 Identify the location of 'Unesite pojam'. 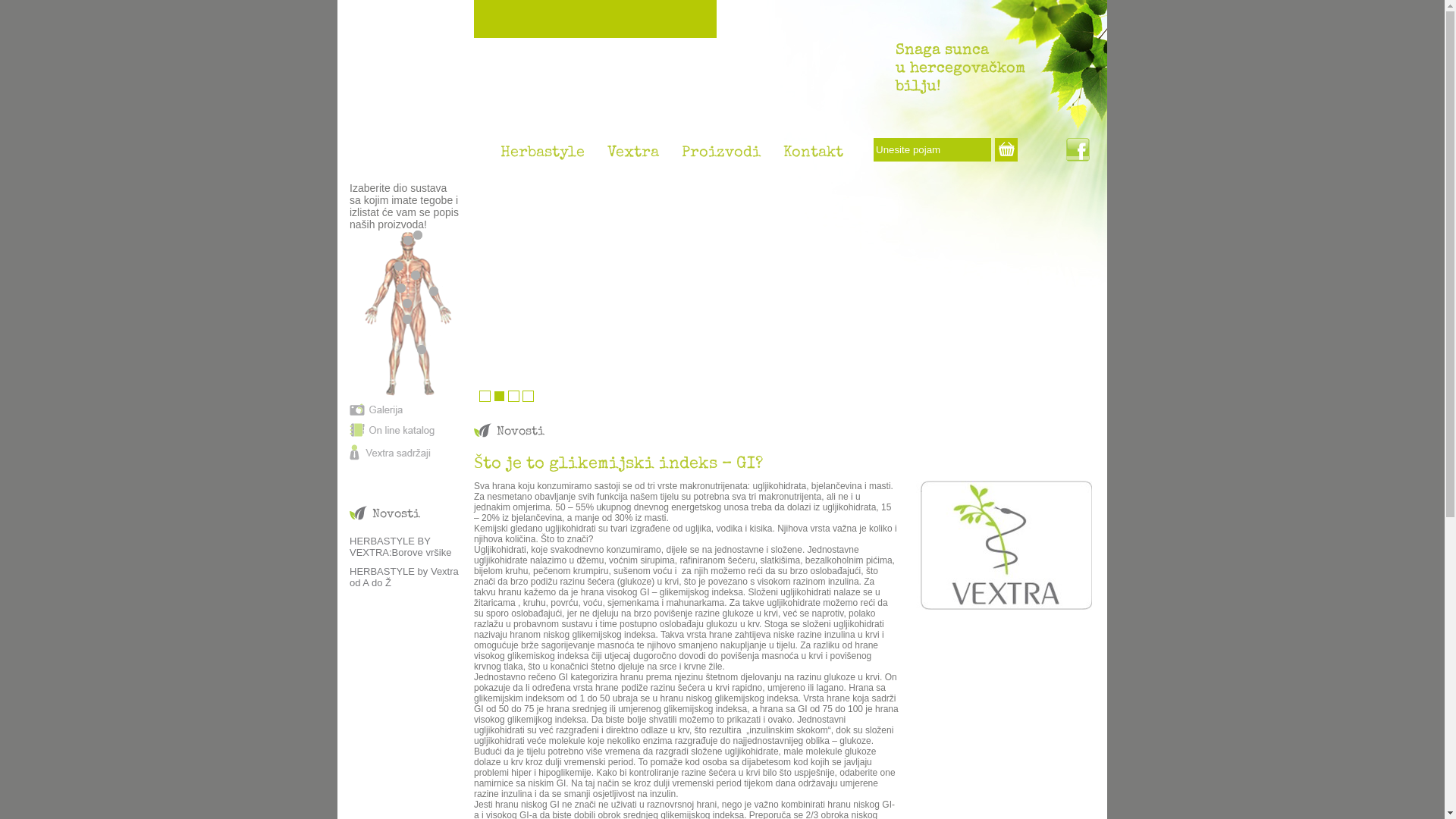
(931, 149).